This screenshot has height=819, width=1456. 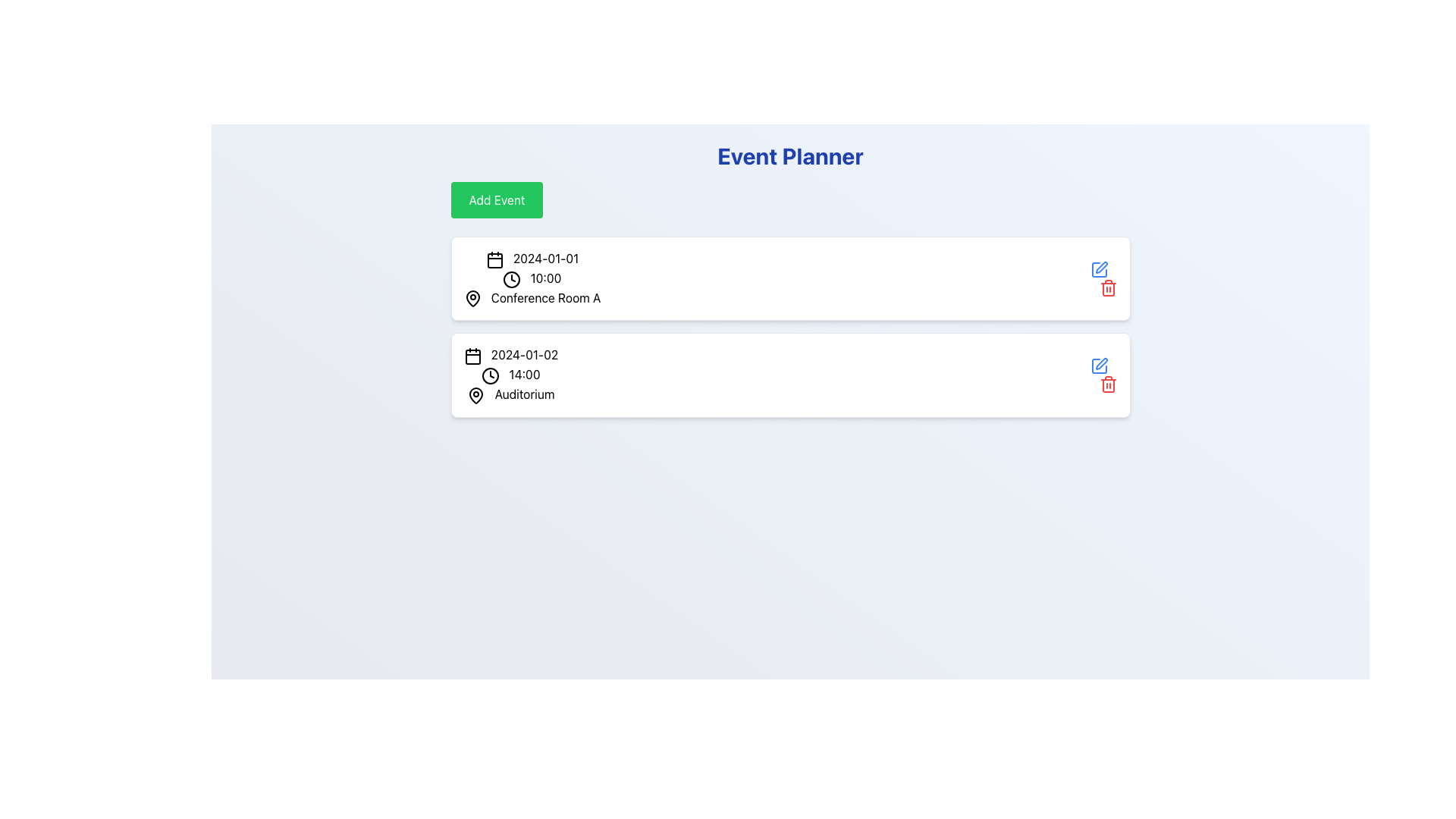 I want to click on text displayed in the Text Label with Icons, which shows '2024-01-01 10:00 Conference Room A' and includes calendar and clock icons, located within the first event card below the 'Add Event' button, so click(x=532, y=278).